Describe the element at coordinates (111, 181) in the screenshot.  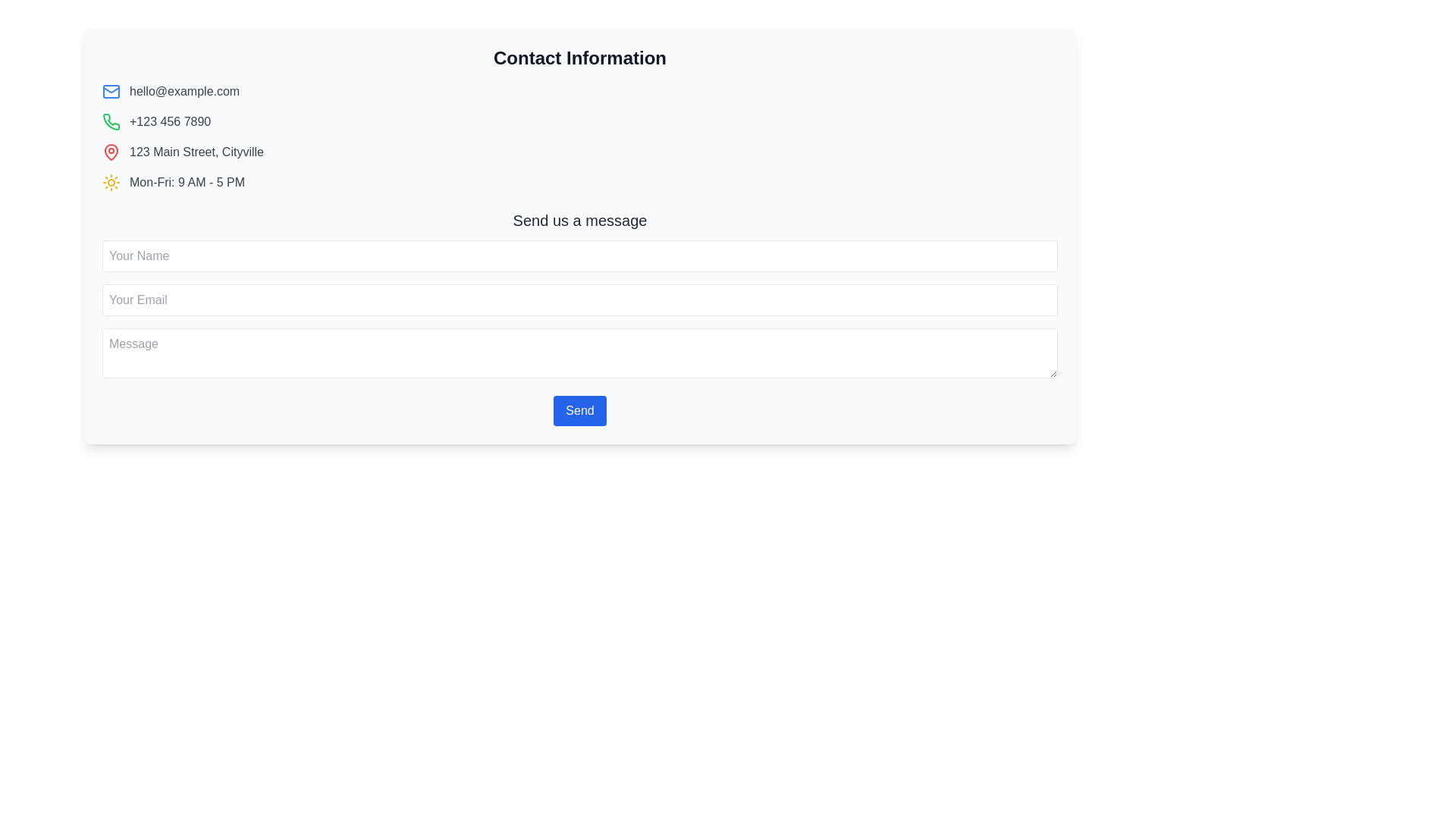
I see `the yellow sun icon, which is the fourth item in the vertically stacked list of icons, located to the left of the text 'Mon-Fri: 9 AM - 5 PM.'` at that location.